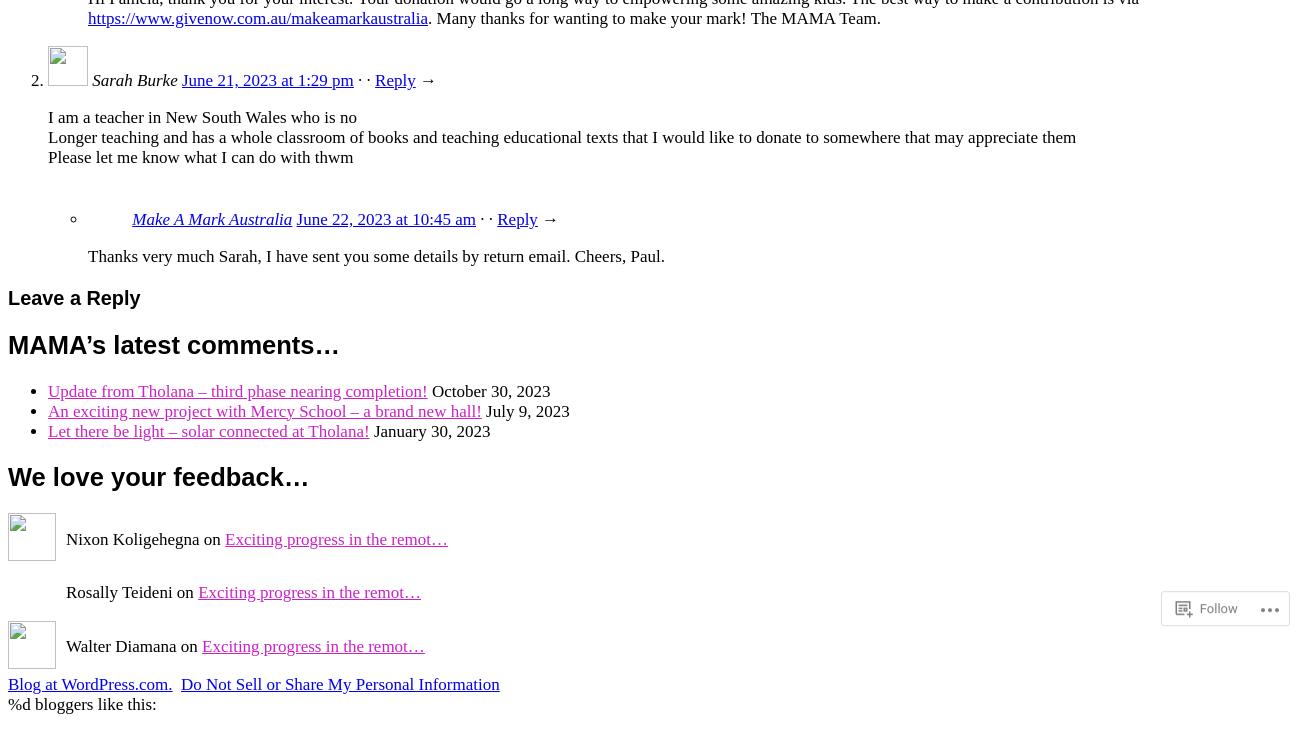 This screenshot has height=730, width=1300. What do you see at coordinates (173, 344) in the screenshot?
I see `'MAMA’s latest comments…'` at bounding box center [173, 344].